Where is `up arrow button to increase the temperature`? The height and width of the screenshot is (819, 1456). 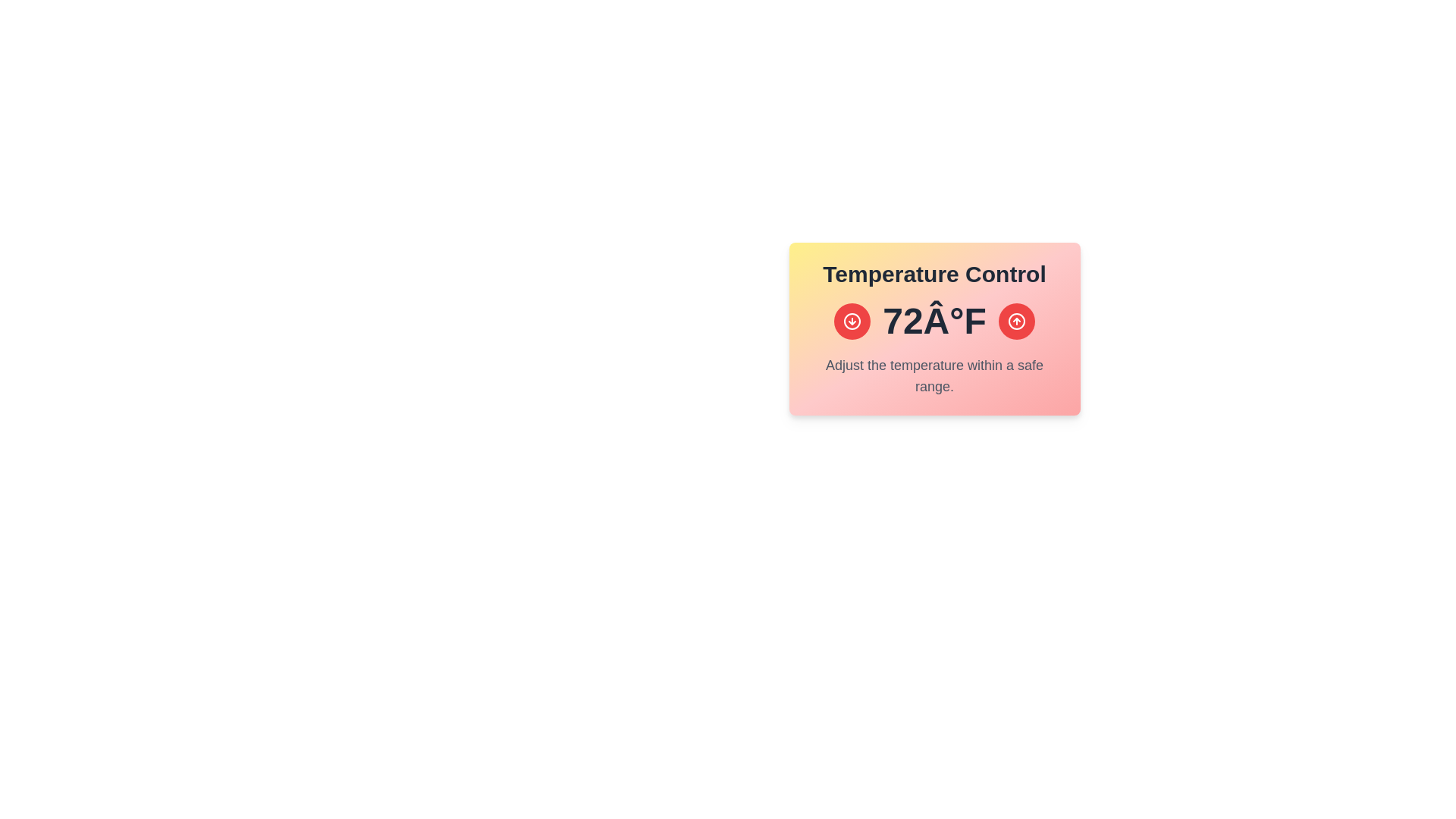
up arrow button to increase the temperature is located at coordinates (1016, 321).